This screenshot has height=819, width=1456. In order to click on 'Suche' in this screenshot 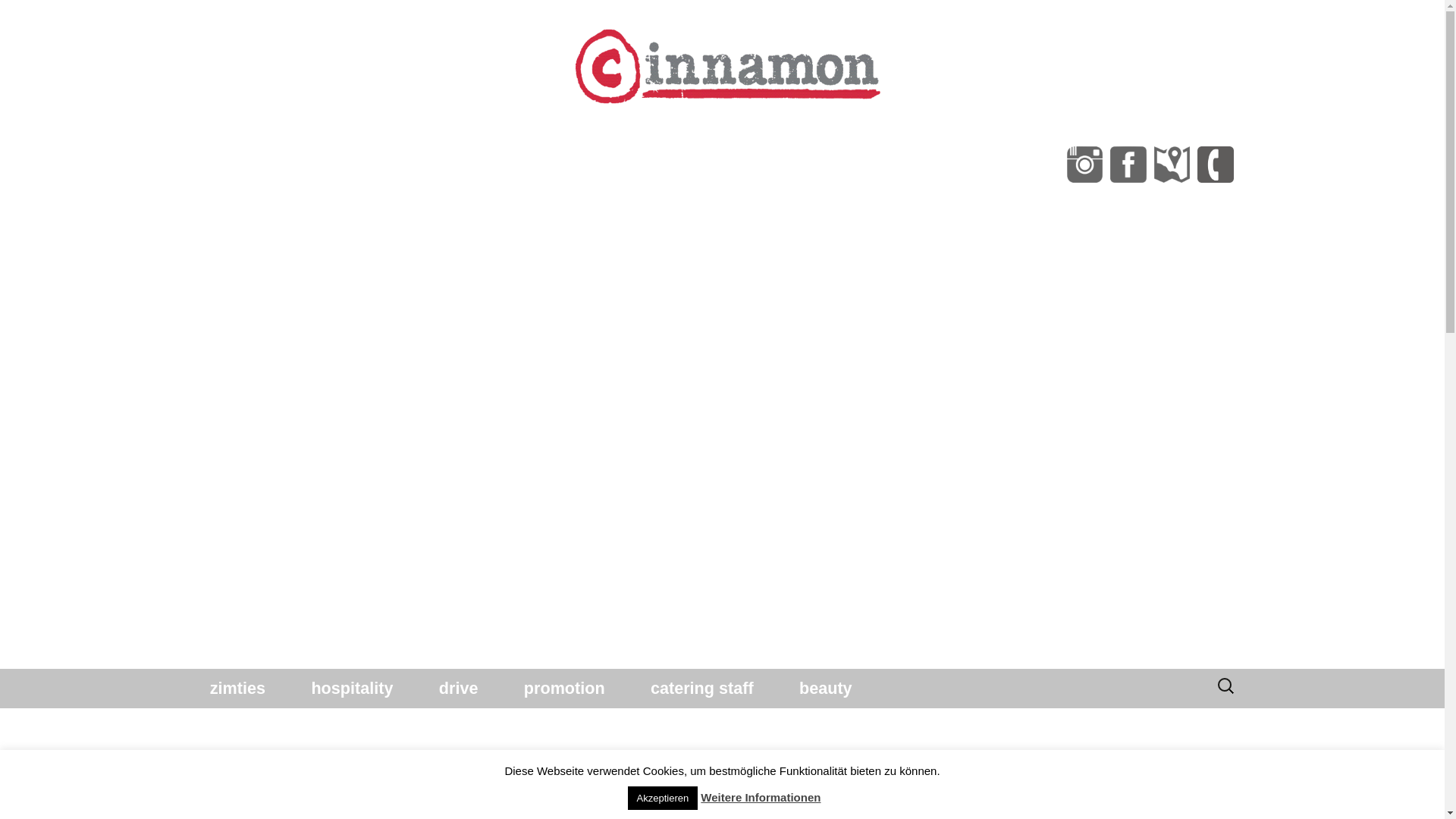, I will do `click(0, 14)`.